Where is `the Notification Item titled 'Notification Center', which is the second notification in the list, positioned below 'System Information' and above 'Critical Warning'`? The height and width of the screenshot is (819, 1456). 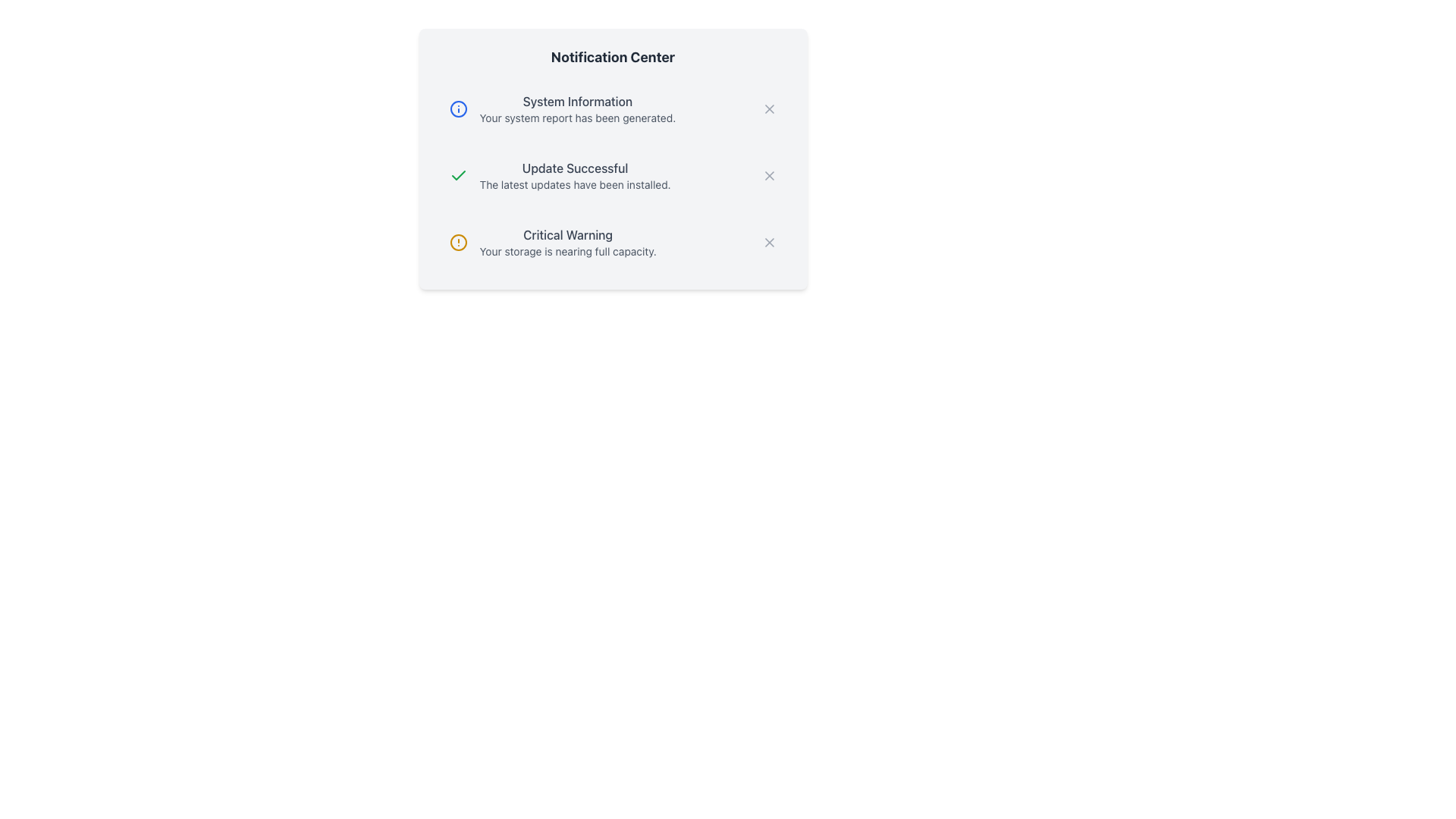
the Notification Item titled 'Notification Center', which is the second notification in the list, positioned below 'System Information' and above 'Critical Warning' is located at coordinates (613, 158).